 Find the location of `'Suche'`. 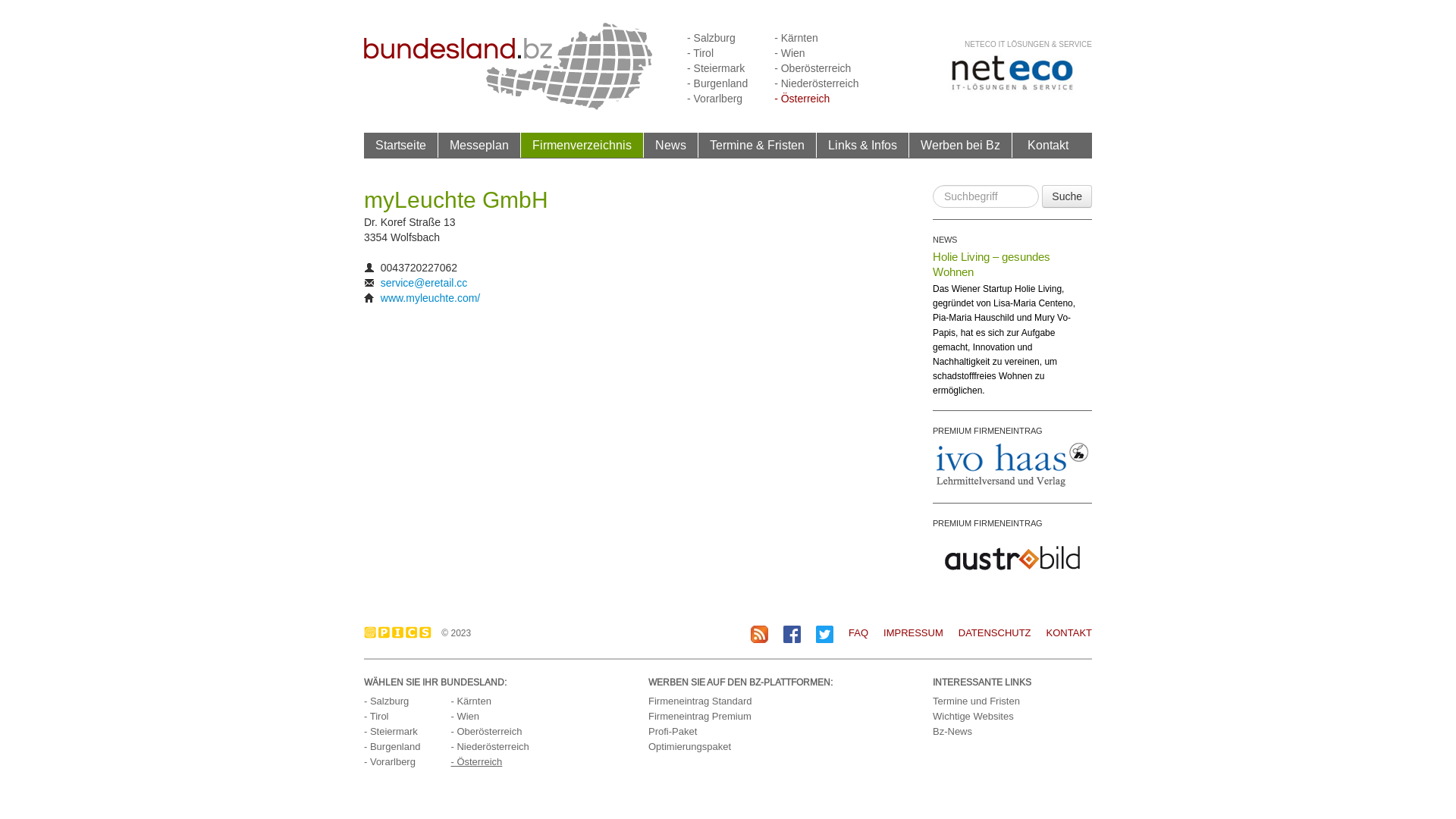

'Suche' is located at coordinates (1040, 195).